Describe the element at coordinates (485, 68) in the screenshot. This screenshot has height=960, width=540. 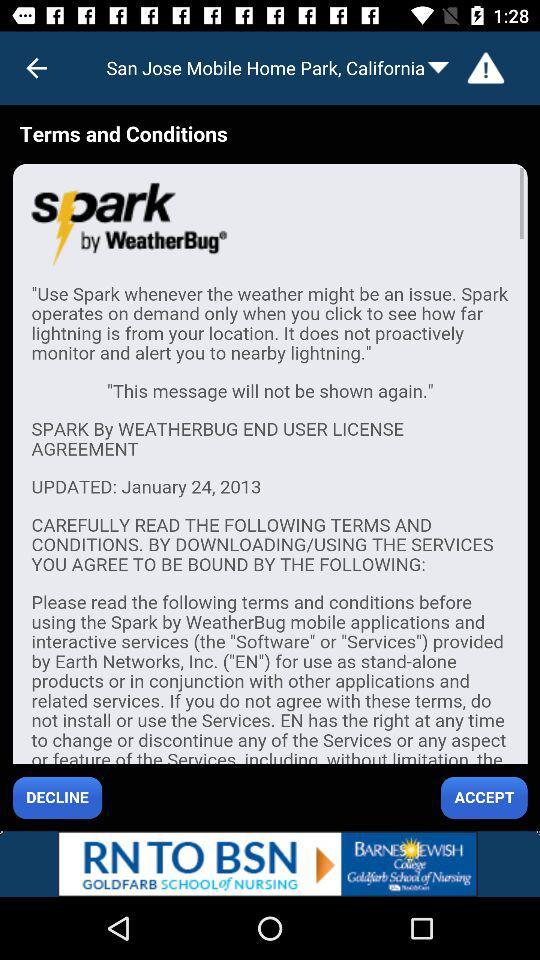
I see `warning` at that location.